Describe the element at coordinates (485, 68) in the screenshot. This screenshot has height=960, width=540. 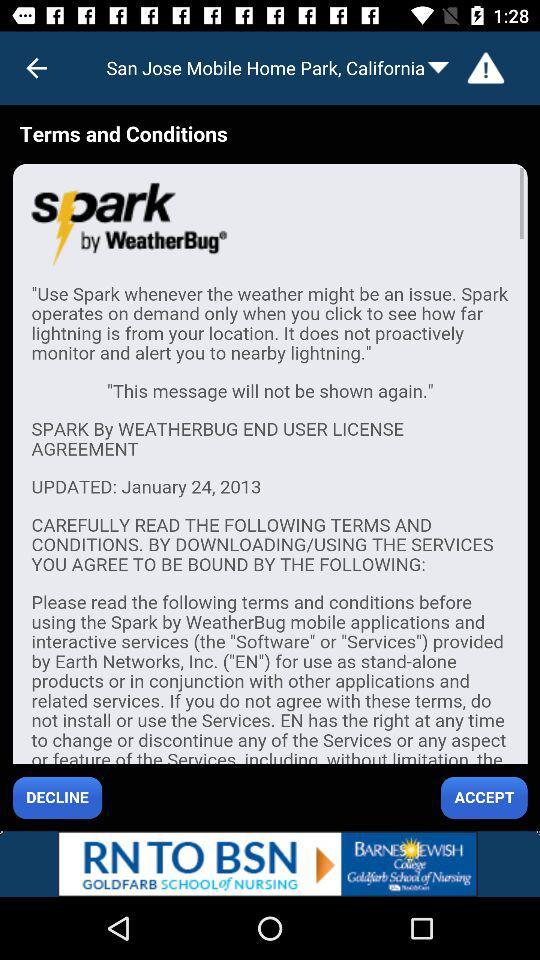
I see `warning` at that location.